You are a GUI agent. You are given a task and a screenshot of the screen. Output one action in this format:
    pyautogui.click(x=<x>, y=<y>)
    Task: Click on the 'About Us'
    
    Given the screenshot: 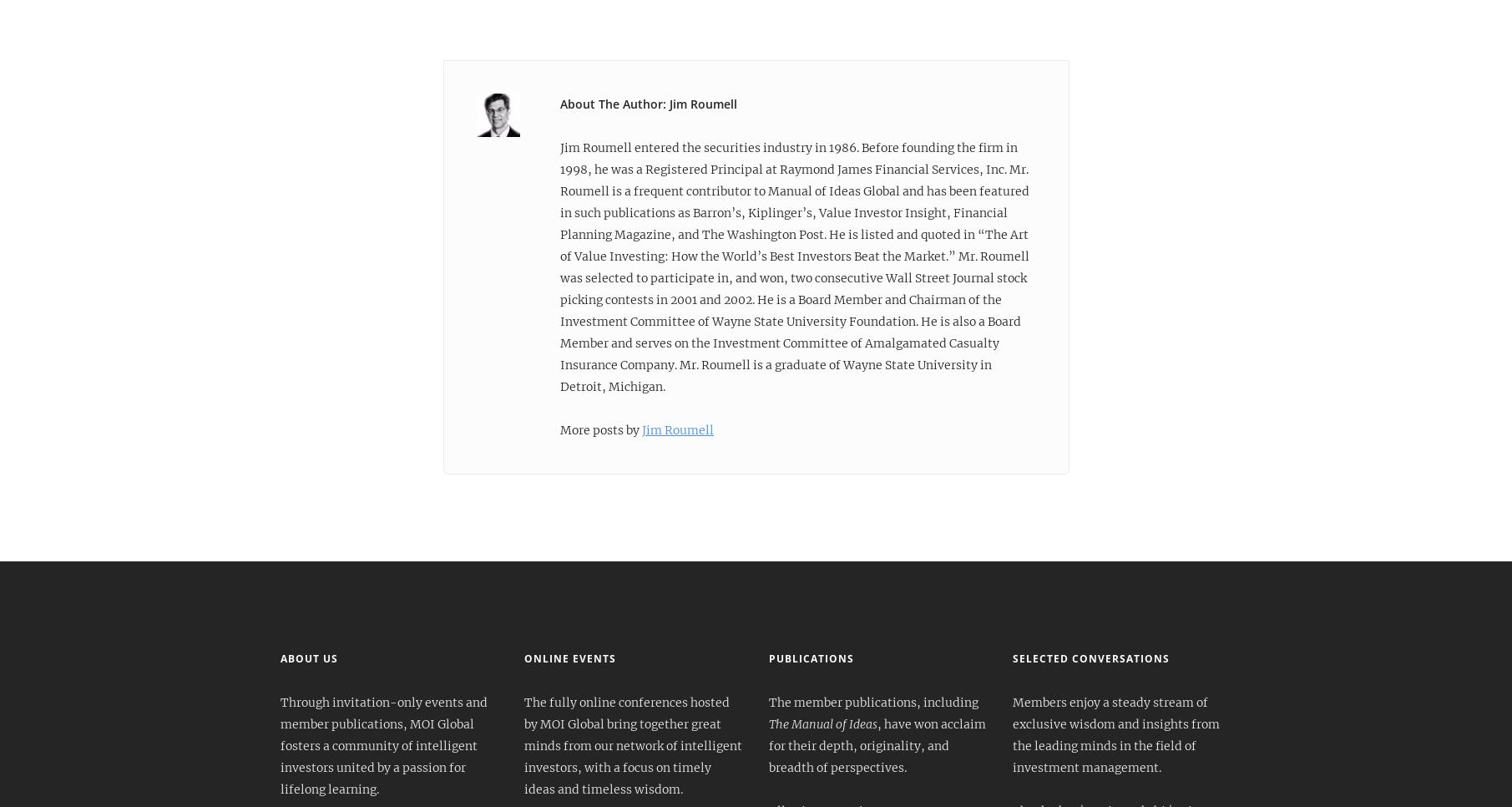 What is the action you would take?
    pyautogui.click(x=307, y=657)
    